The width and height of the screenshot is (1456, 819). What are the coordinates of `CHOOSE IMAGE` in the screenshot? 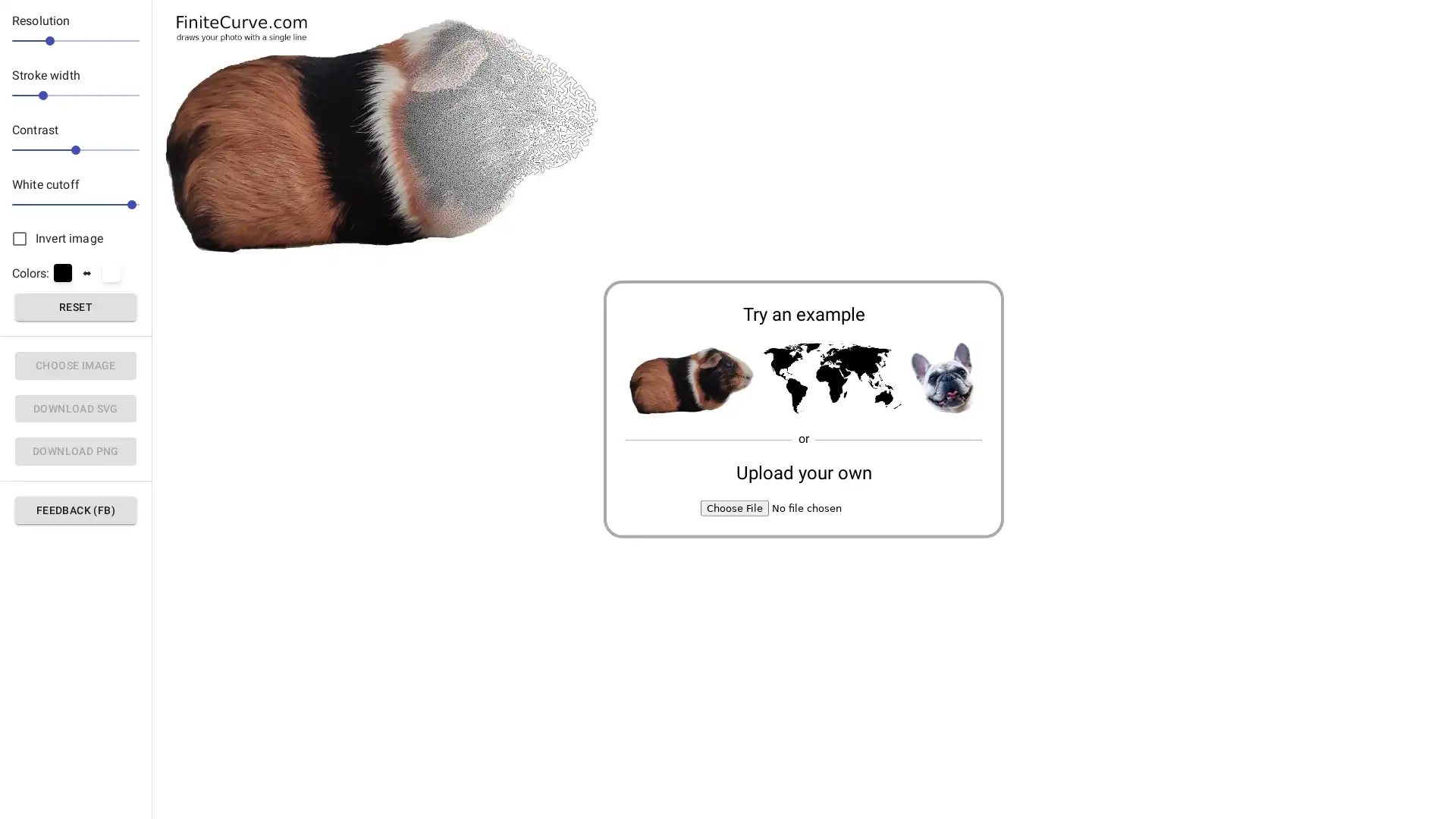 It's located at (75, 366).